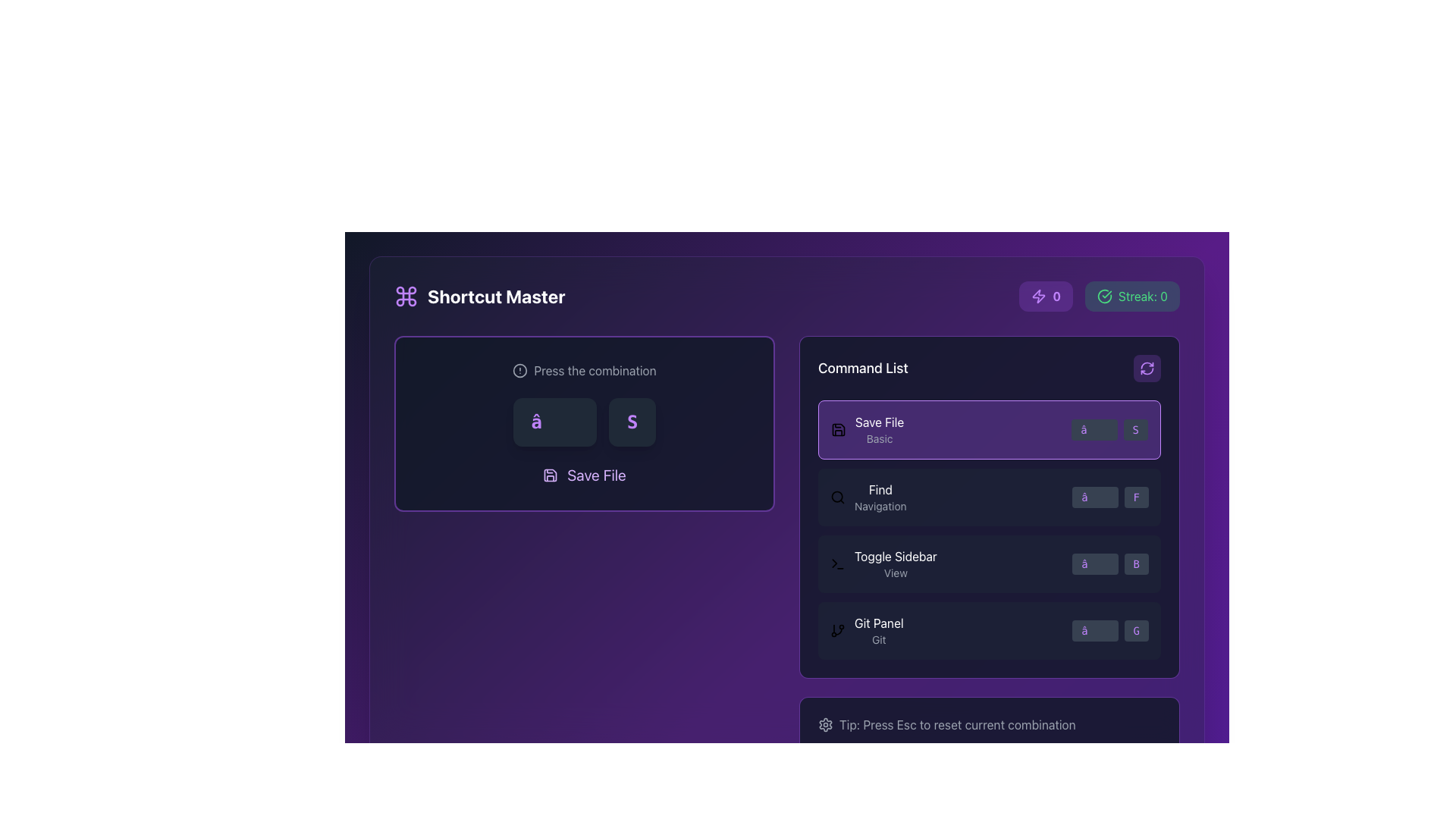 This screenshot has width=1456, height=819. What do you see at coordinates (956, 724) in the screenshot?
I see `the informational text displaying 'Tip: Press Esc to reset current combination', which is styled in light gray and located at the bottom of the interface adjacent to an icon` at bounding box center [956, 724].